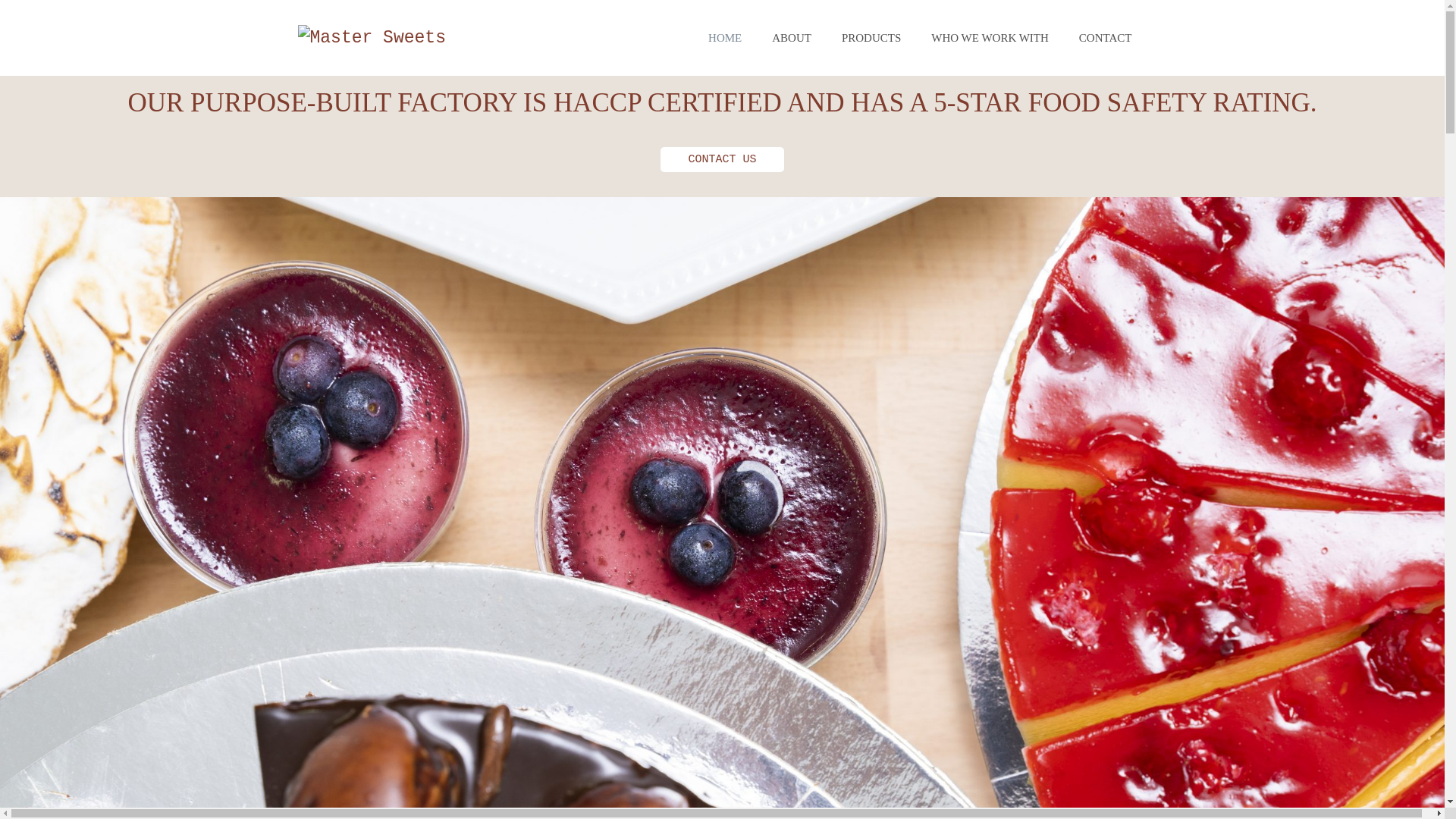 The image size is (1456, 819). I want to click on 'HOME', so click(692, 37).